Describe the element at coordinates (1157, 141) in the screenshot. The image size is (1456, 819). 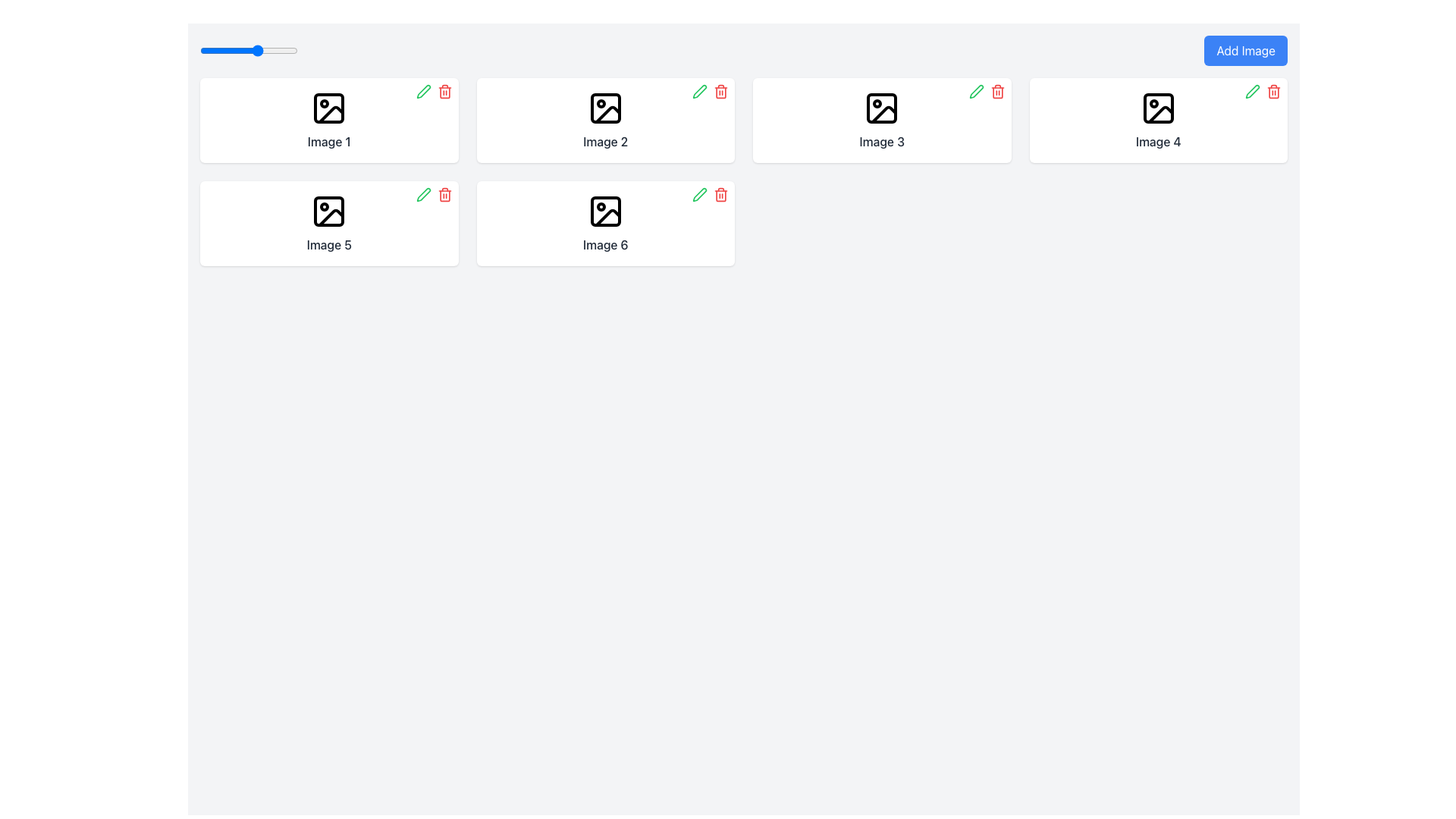
I see `static text element labeled 'Image 4', which is displayed in gray font below an image-like icon on the far-right side of the third row in a 3x2 grid layout` at that location.